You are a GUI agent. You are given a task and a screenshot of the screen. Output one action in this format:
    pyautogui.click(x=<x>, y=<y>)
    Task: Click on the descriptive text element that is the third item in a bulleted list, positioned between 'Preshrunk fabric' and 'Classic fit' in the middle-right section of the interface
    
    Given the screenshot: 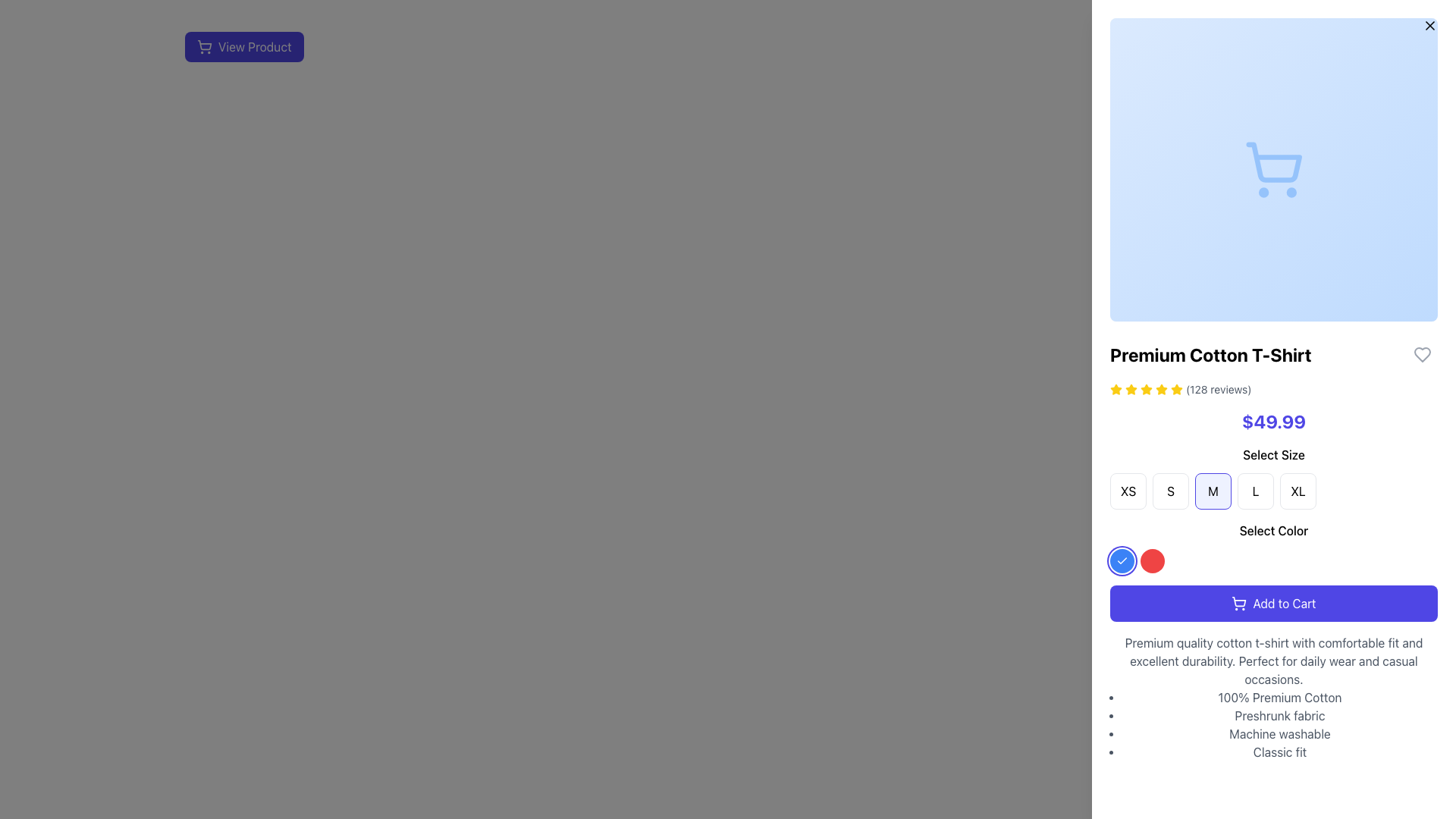 What is the action you would take?
    pyautogui.click(x=1279, y=733)
    